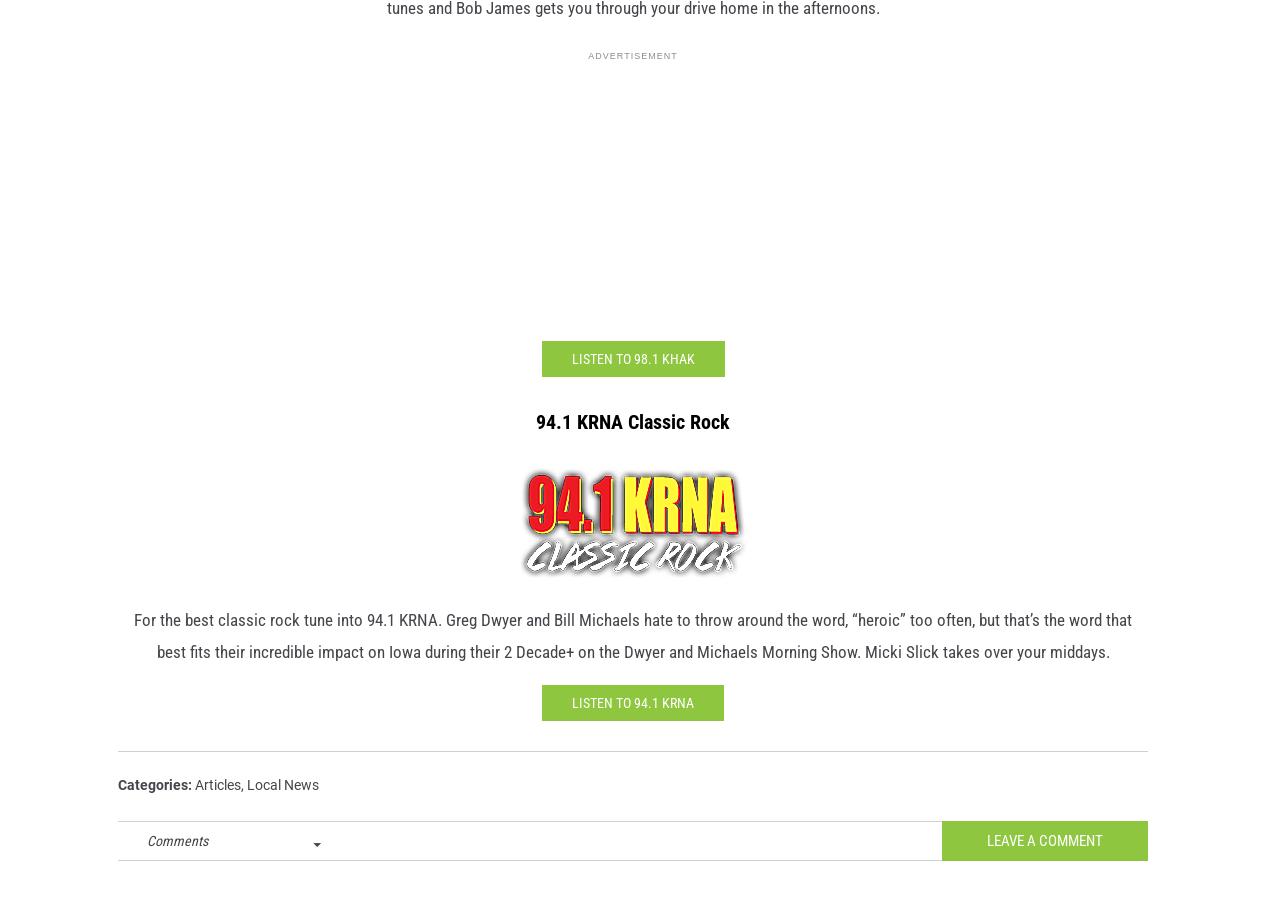 The height and width of the screenshot is (924, 1286). Describe the element at coordinates (153, 815) in the screenshot. I see `'Categories'` at that location.